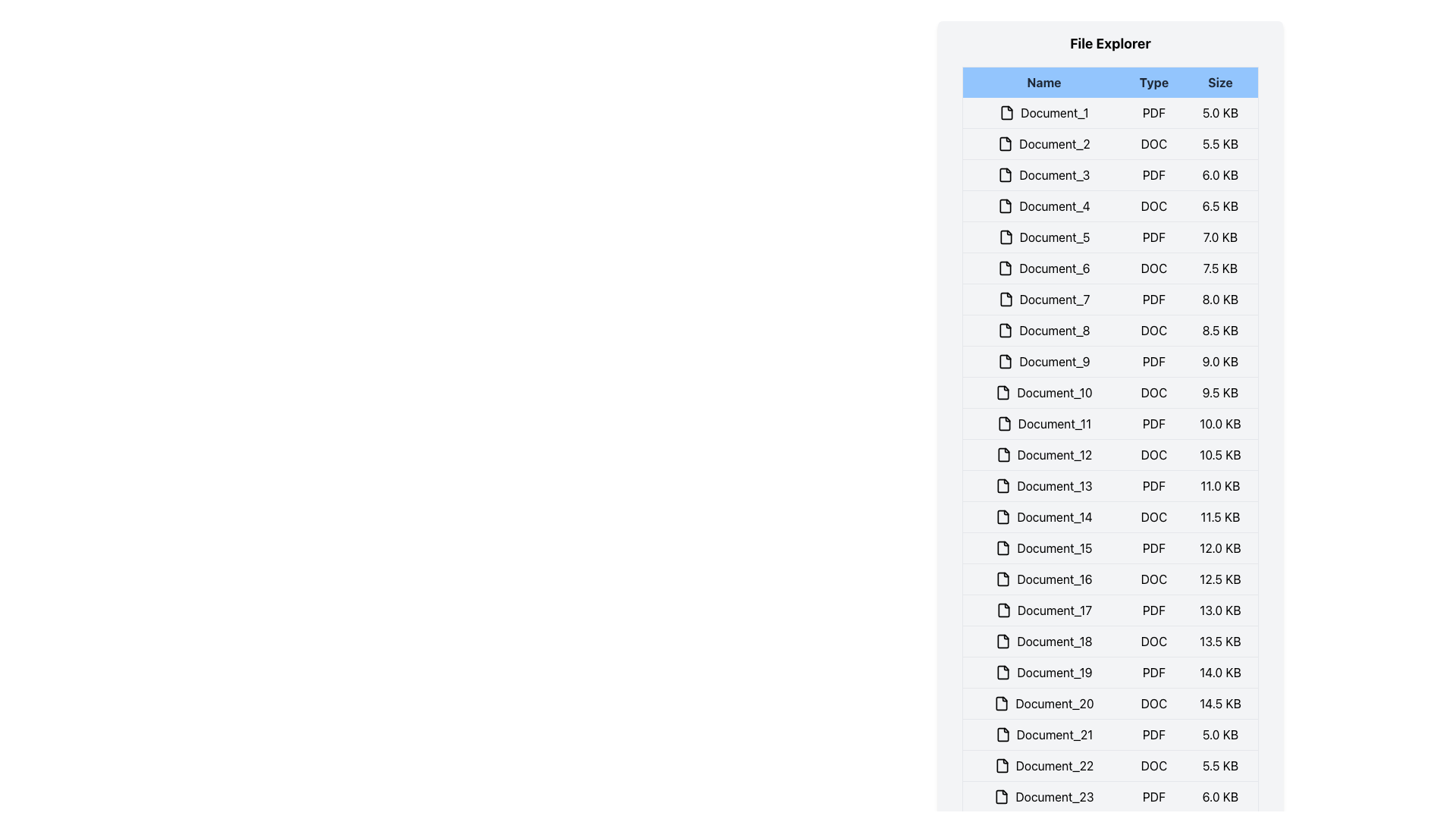 This screenshot has height=819, width=1456. What do you see at coordinates (1153, 516) in the screenshot?
I see `the Text Label displaying 'DOC', which is bold and black on a white background, located in the row for 'Document_14' between 'Document_14' and '11.5 KB'` at bounding box center [1153, 516].